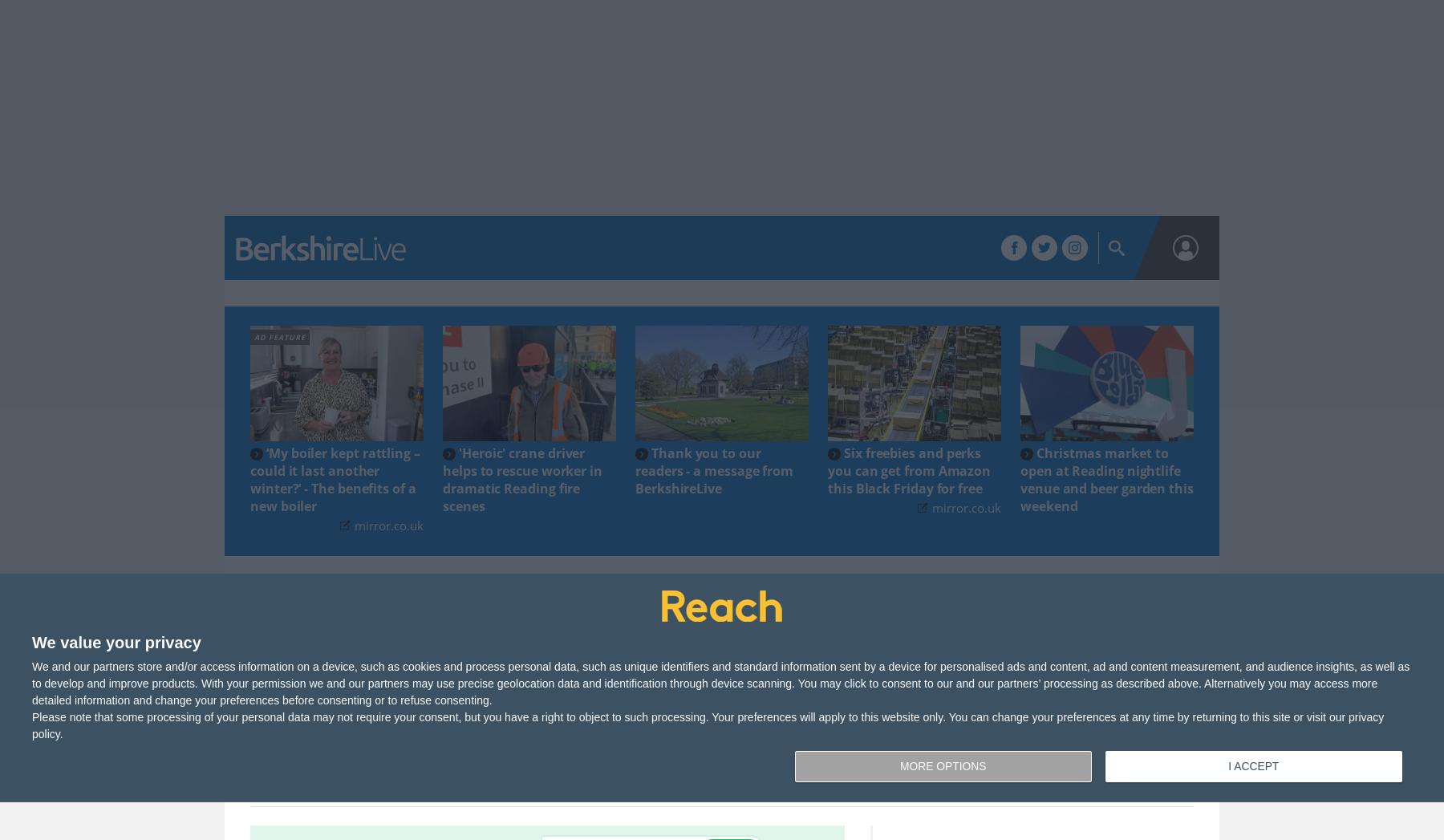 The width and height of the screenshot is (1444, 840). Describe the element at coordinates (714, 469) in the screenshot. I see `'Thank you to our readers - a message from BerkshireLive'` at that location.